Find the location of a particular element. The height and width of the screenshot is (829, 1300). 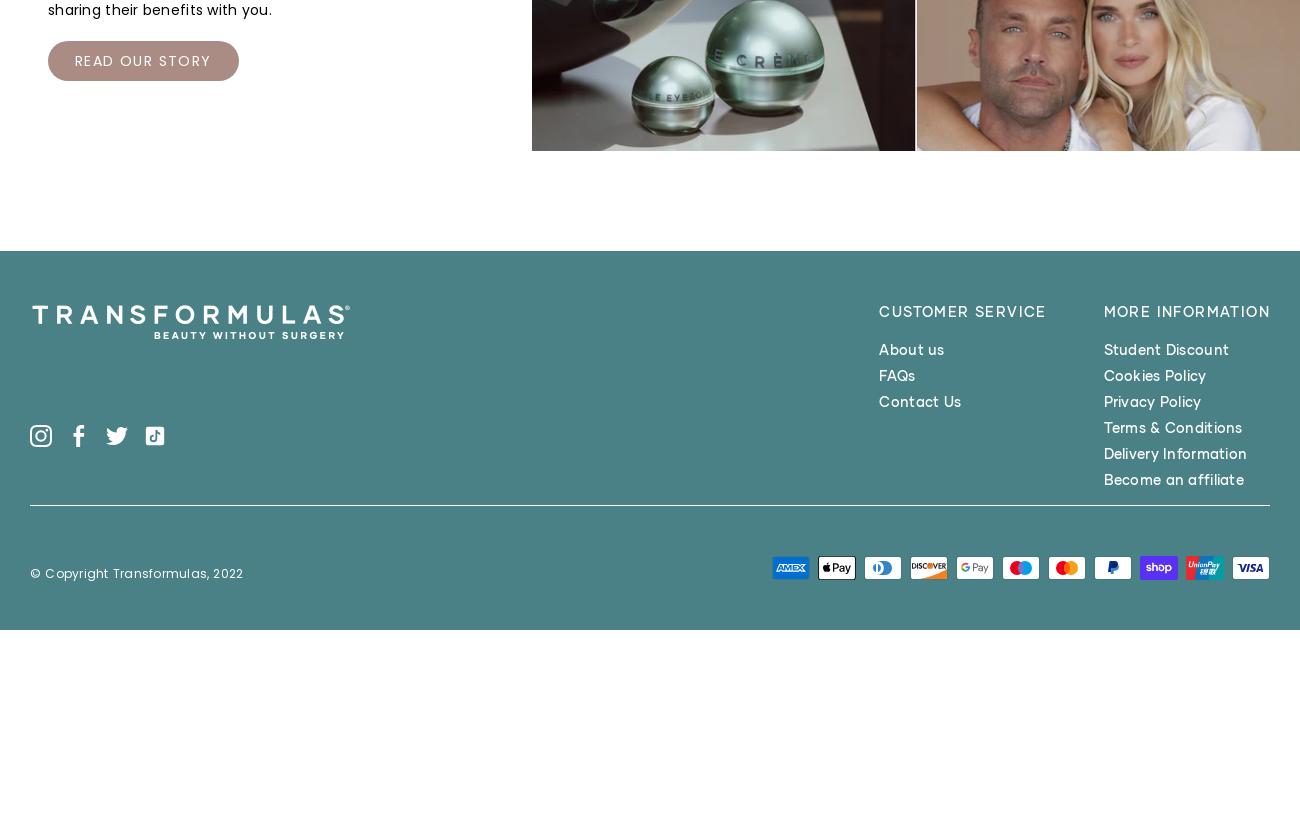

'Contact Us' is located at coordinates (919, 400).